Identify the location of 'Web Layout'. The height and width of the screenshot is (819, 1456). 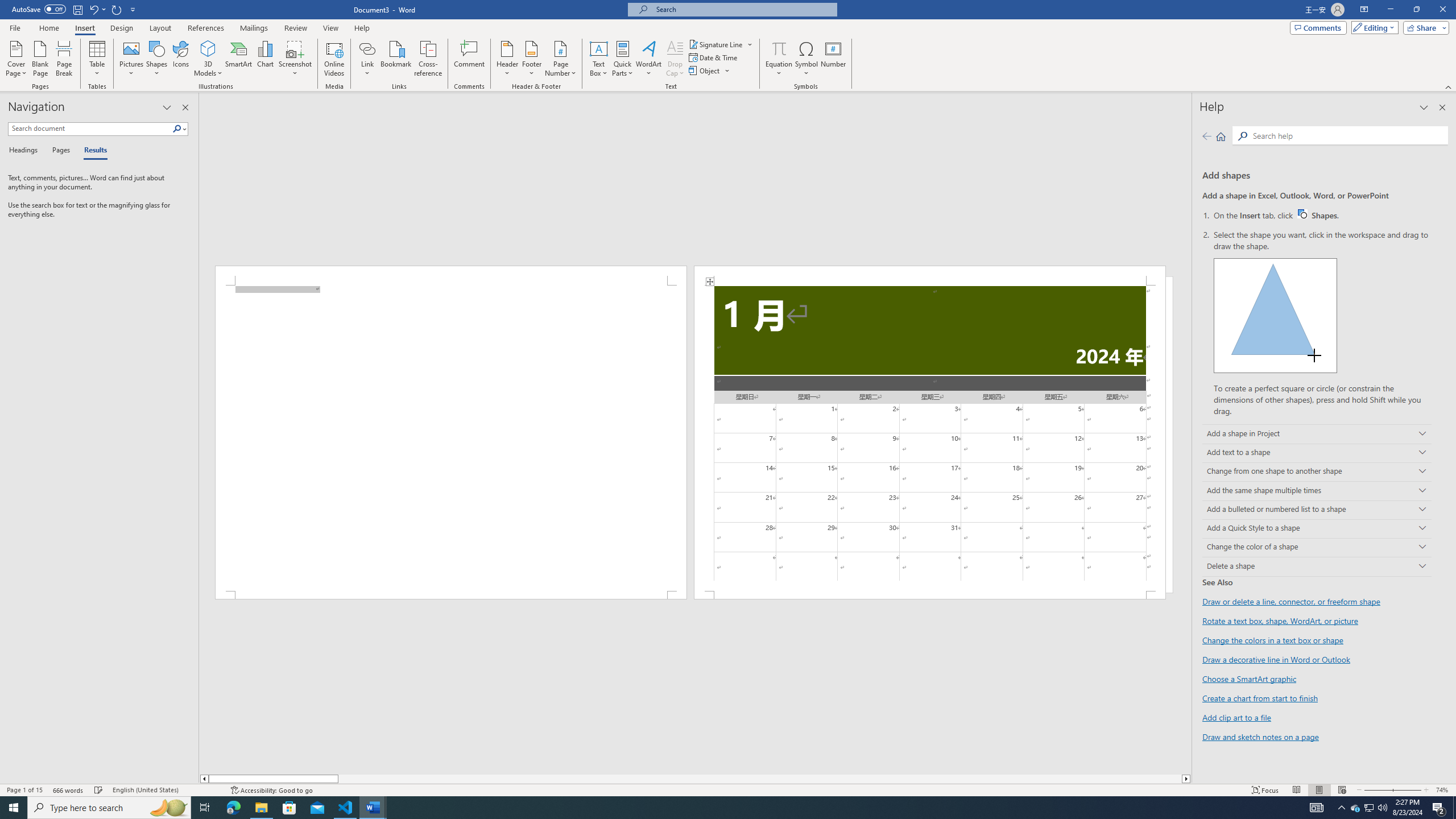
(1342, 790).